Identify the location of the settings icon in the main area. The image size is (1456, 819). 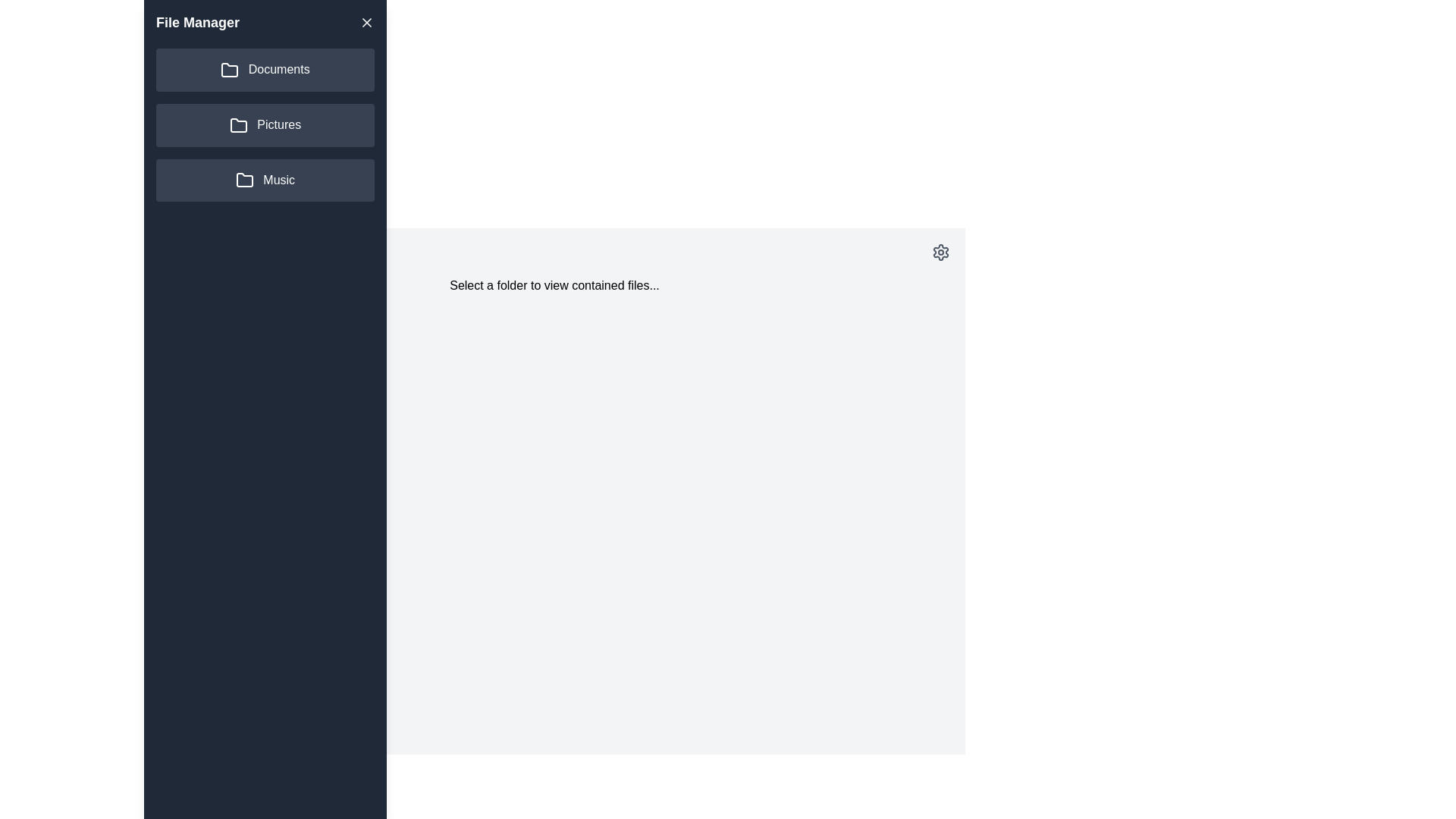
(940, 251).